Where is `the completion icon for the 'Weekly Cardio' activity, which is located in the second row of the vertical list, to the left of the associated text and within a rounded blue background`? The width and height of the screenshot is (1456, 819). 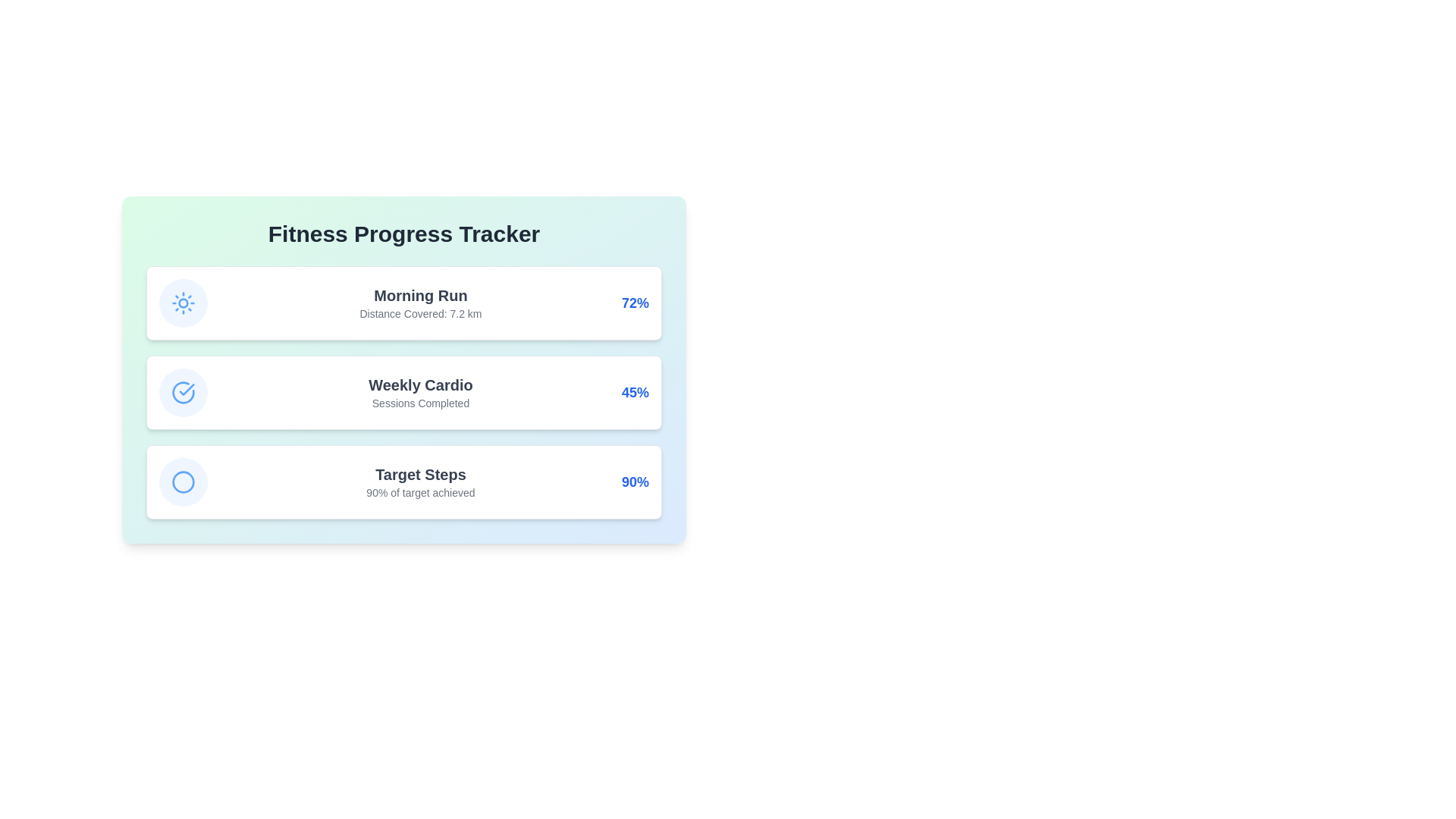 the completion icon for the 'Weekly Cardio' activity, which is located in the second row of the vertical list, to the left of the associated text and within a rounded blue background is located at coordinates (182, 391).